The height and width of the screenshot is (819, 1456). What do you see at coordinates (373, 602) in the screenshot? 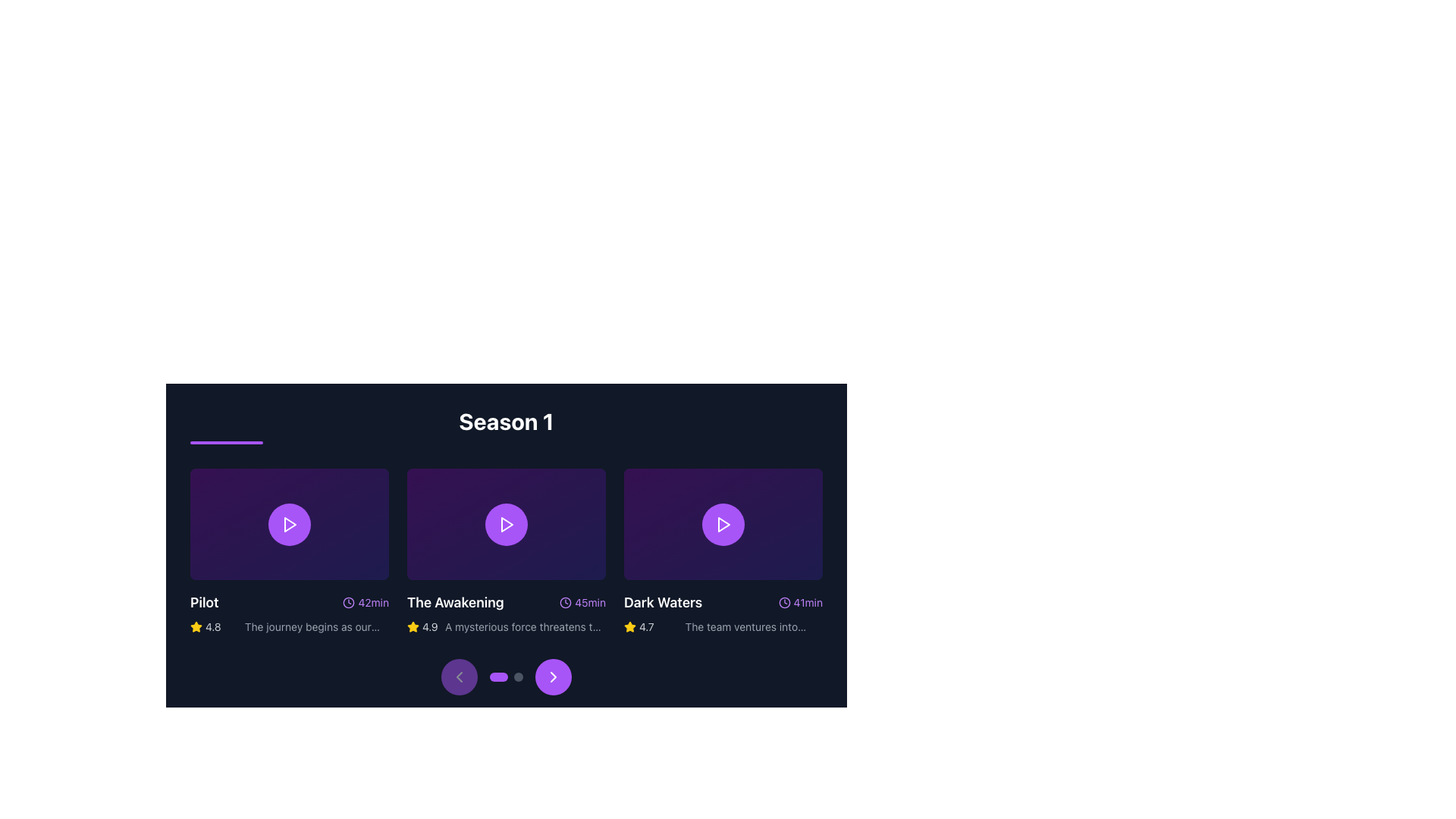
I see `information displayed in the Text label that shows the runtime of the second video item, located next to the clock icon` at bounding box center [373, 602].